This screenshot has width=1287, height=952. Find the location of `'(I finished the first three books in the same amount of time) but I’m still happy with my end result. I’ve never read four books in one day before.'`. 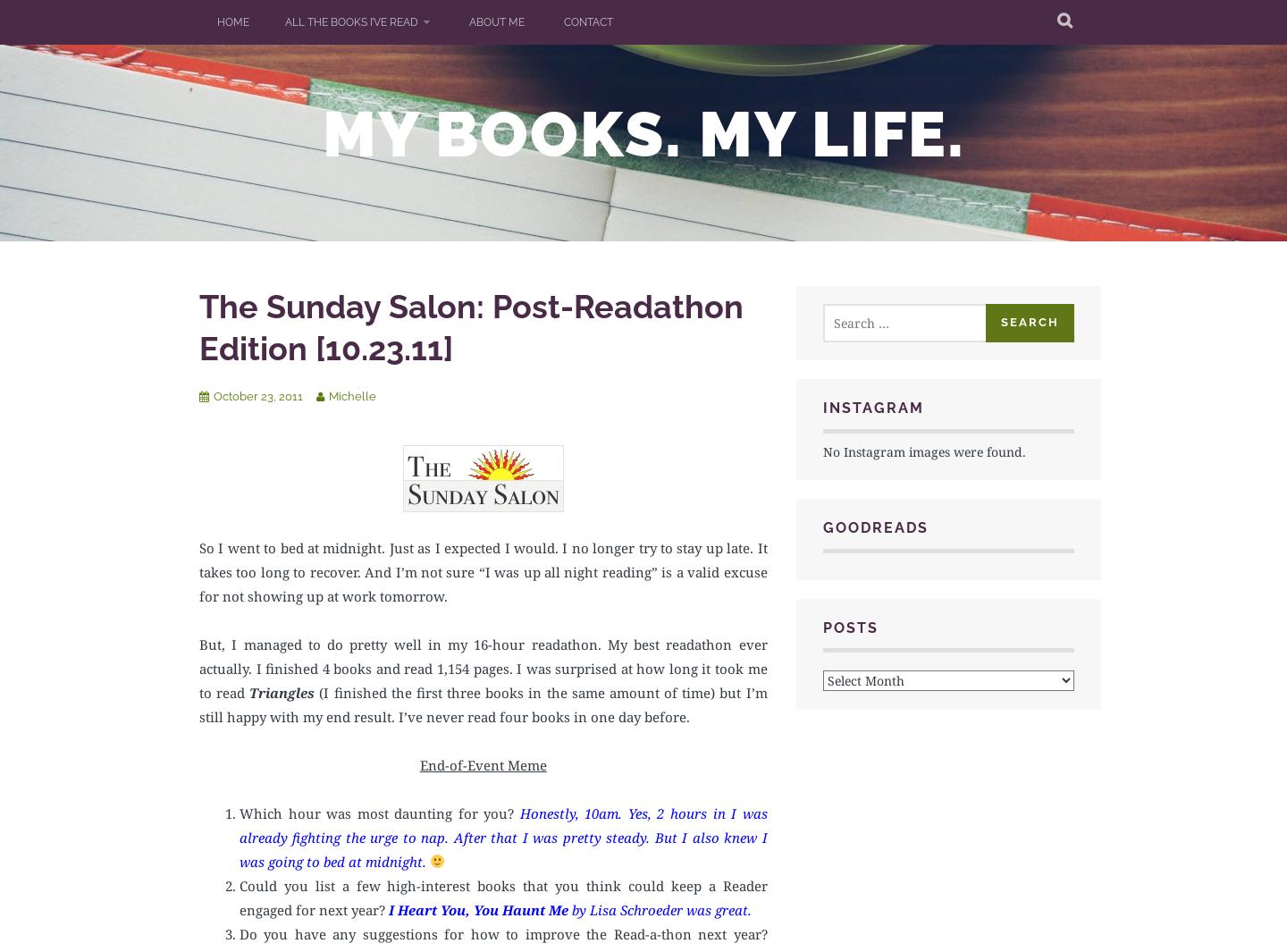

'(I finished the first three books in the same amount of time) but I’m still happy with my end result. I’ve never read four books in one day before.' is located at coordinates (482, 703).